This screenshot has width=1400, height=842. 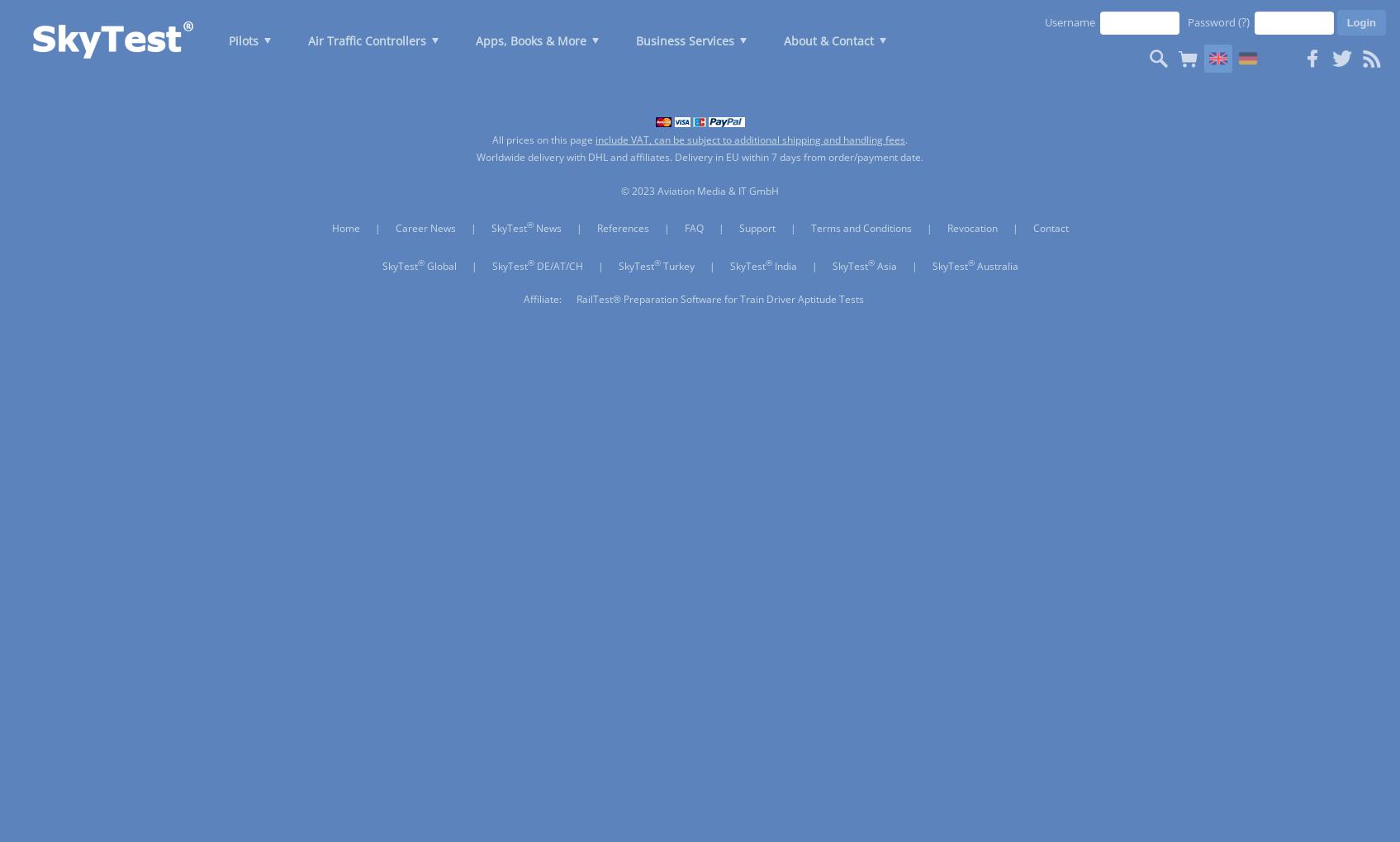 I want to click on 'FAQ', so click(x=693, y=227).